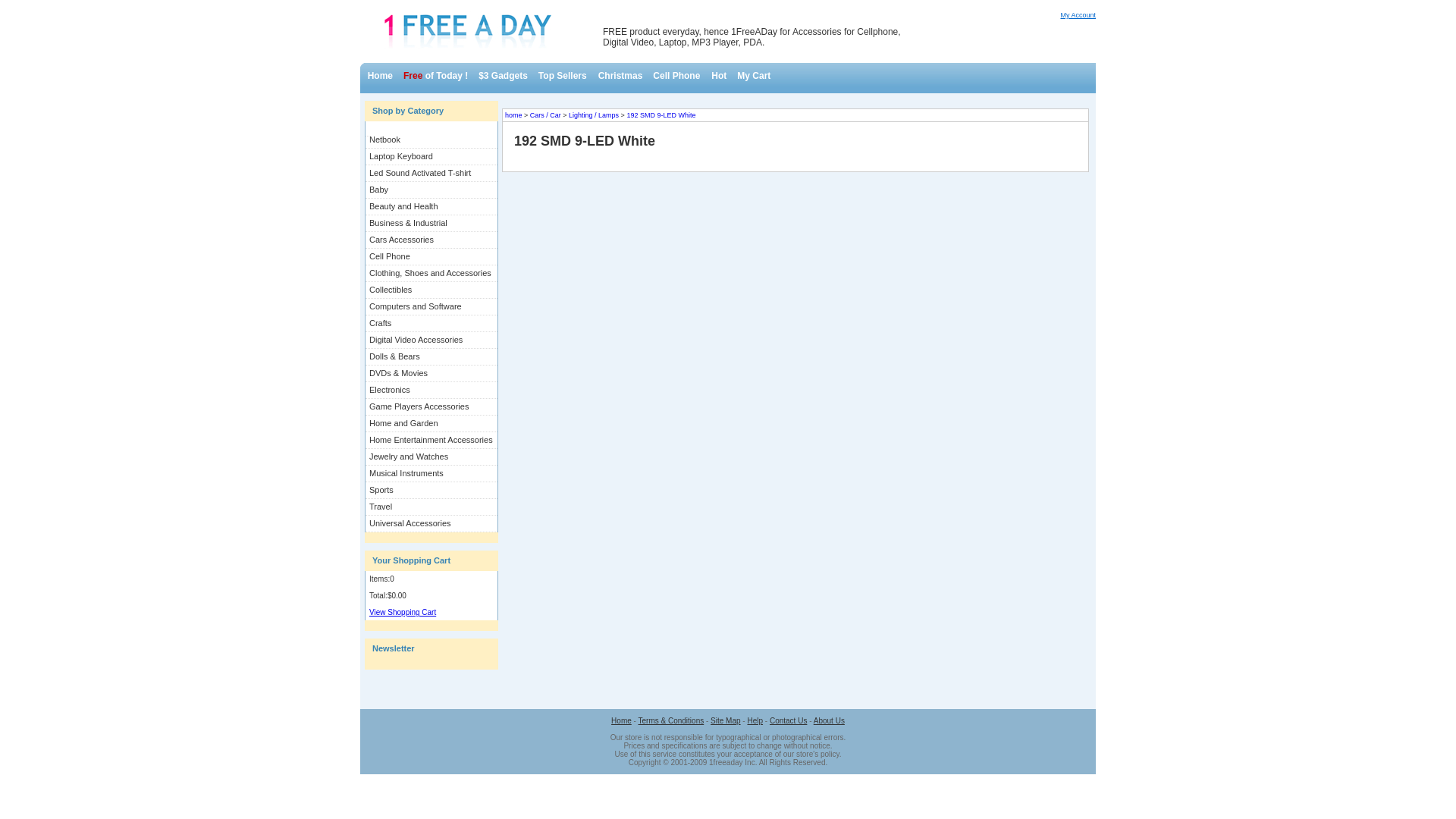 The image size is (1456, 819). What do you see at coordinates (769, 720) in the screenshot?
I see `'Contact Us'` at bounding box center [769, 720].